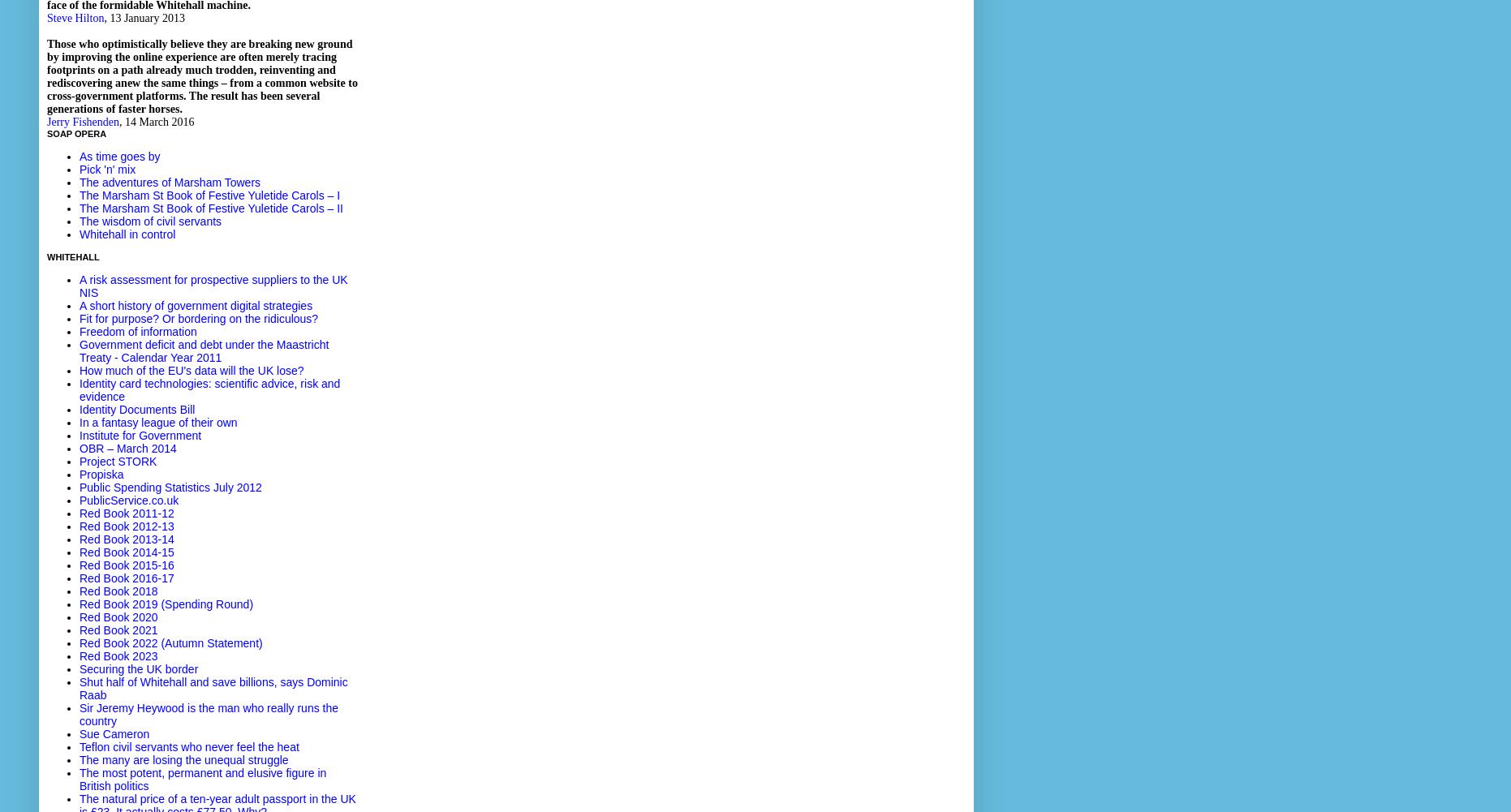  Describe the element at coordinates (107, 170) in the screenshot. I see `'Pick 'n' mix'` at that location.